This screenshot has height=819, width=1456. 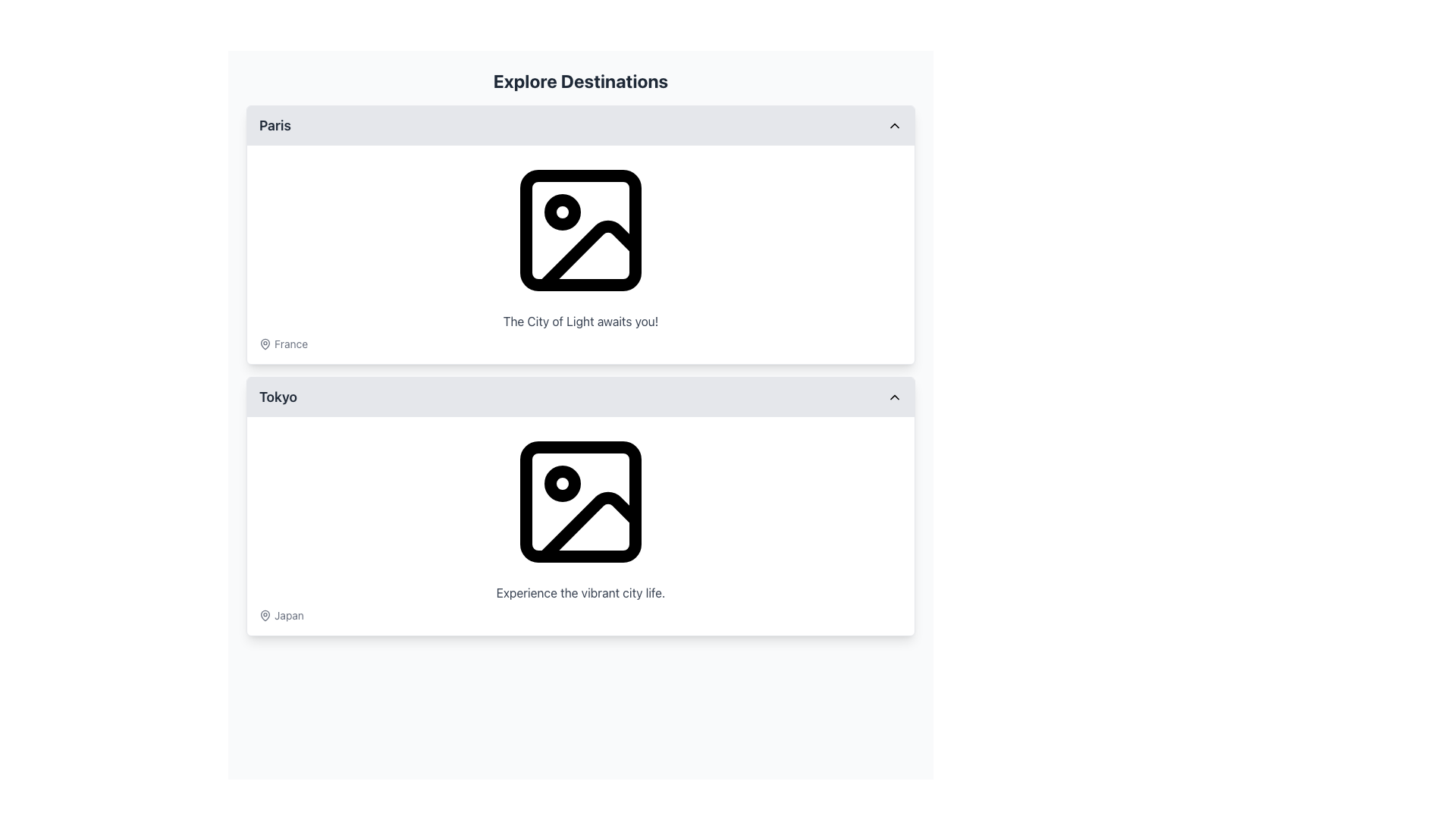 What do you see at coordinates (580, 502) in the screenshot?
I see `the small rounded rectangle image icon located in the lower card titled 'Tokyo' within the 'Explore Destinations' section` at bounding box center [580, 502].